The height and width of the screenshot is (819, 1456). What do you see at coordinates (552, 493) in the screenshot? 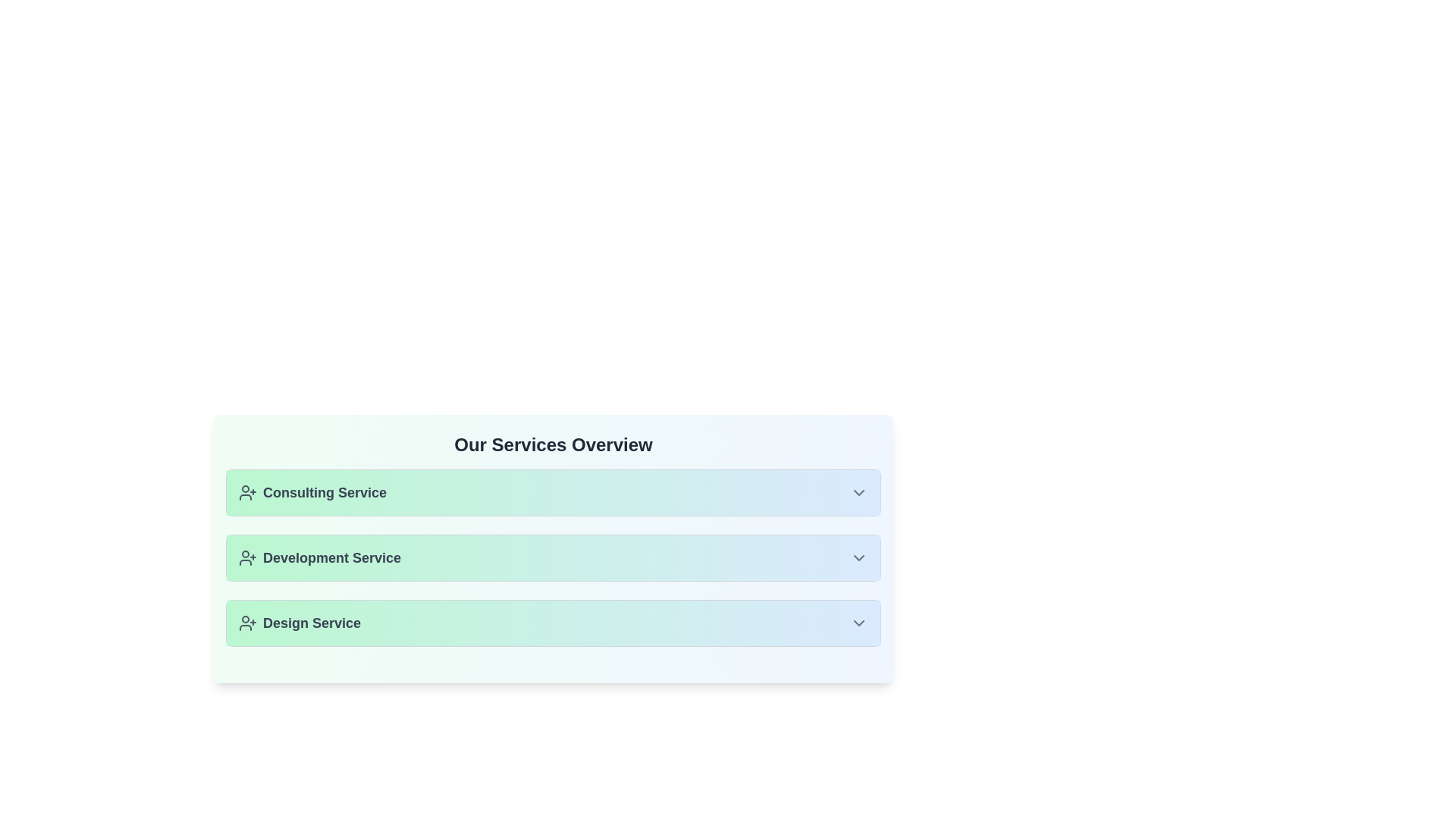
I see `the collapsible header for the 'Consulting Service' to enable keyboard navigation` at bounding box center [552, 493].